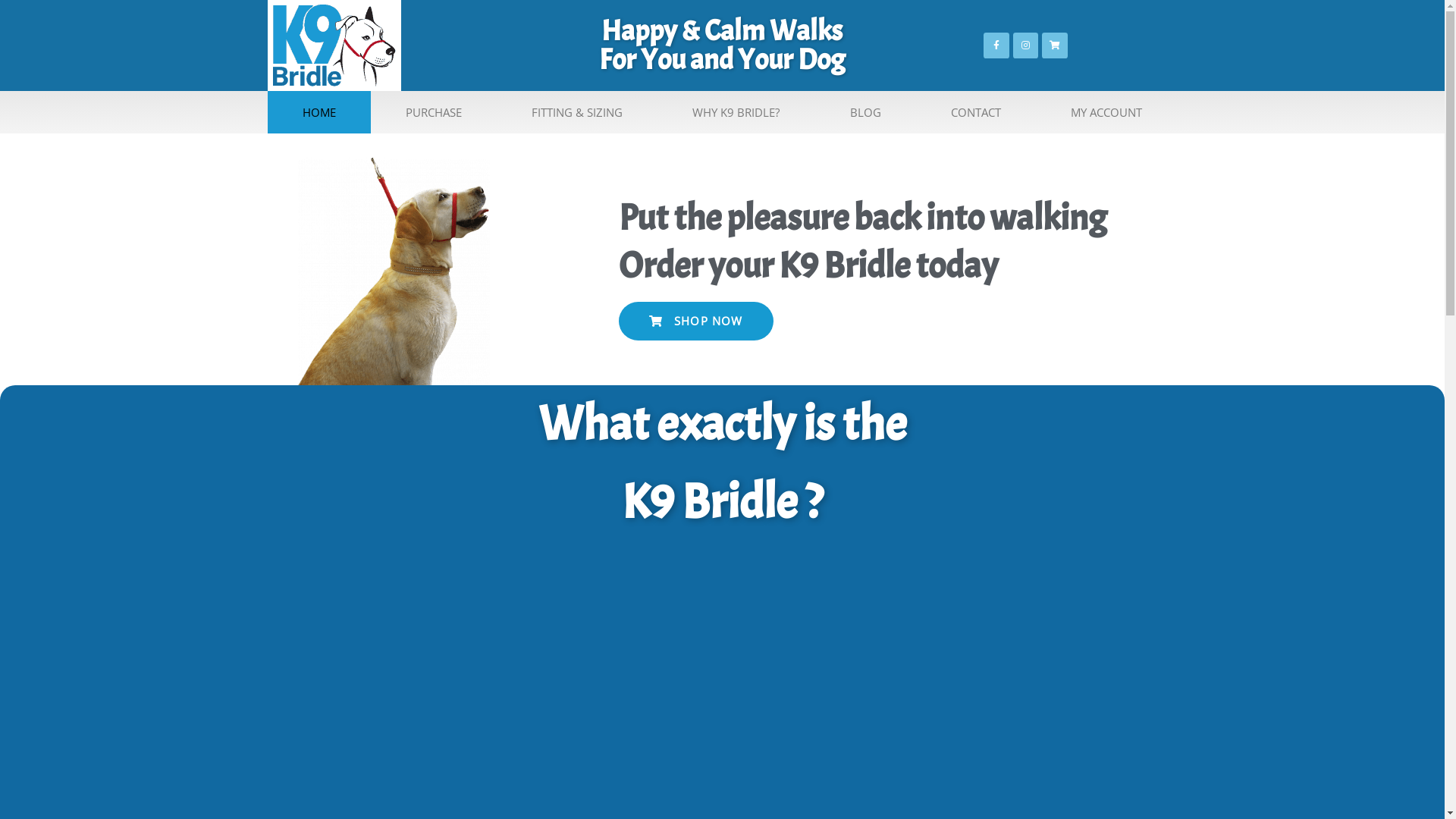 The height and width of the screenshot is (819, 1456). I want to click on 'Instagram', so click(1026, 45).